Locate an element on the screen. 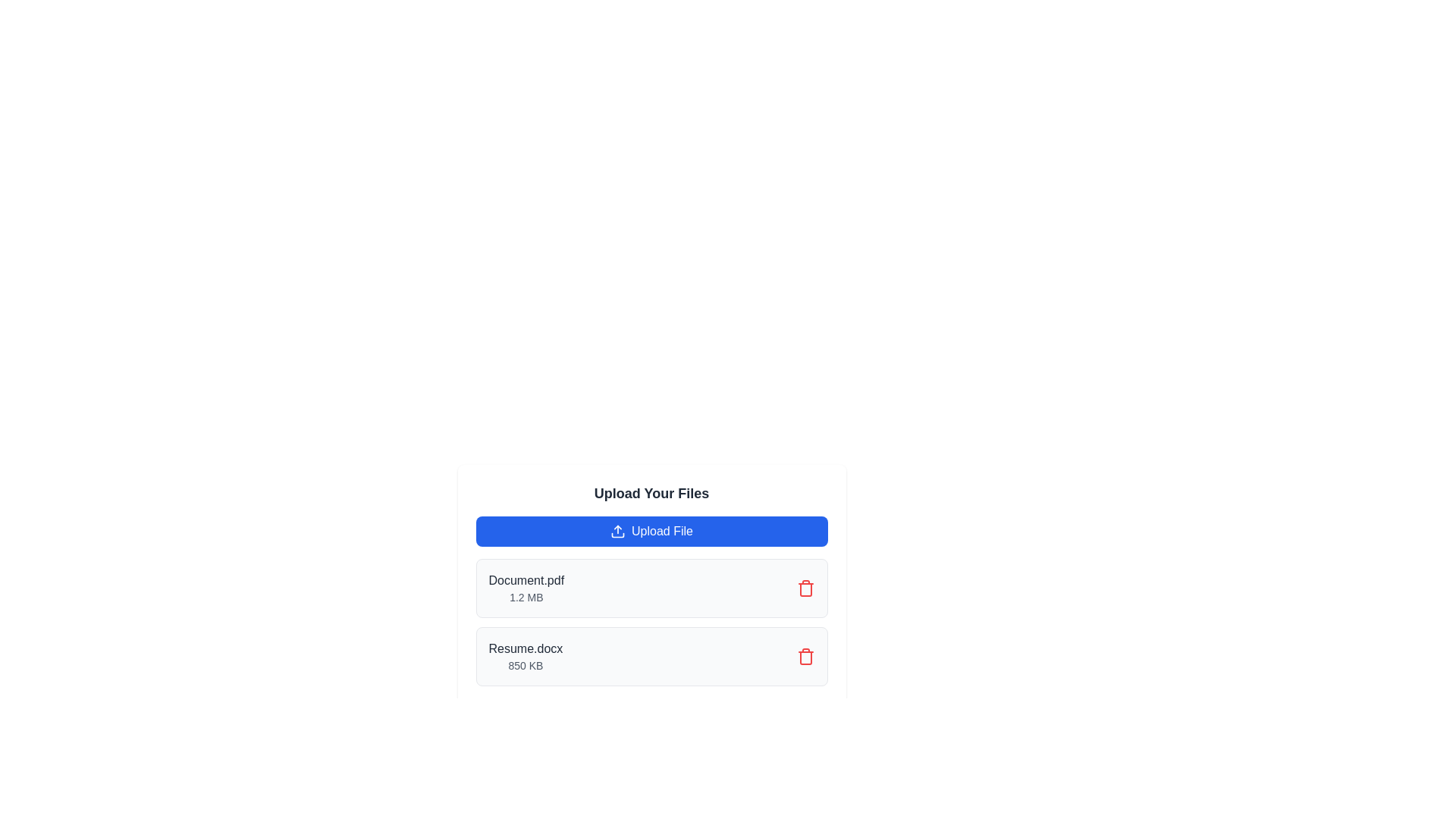 This screenshot has width=1456, height=819. the textual file identifier for 'Resume.docx' within the card layout located under 'Document.pdf' in the file upload component is located at coordinates (526, 656).